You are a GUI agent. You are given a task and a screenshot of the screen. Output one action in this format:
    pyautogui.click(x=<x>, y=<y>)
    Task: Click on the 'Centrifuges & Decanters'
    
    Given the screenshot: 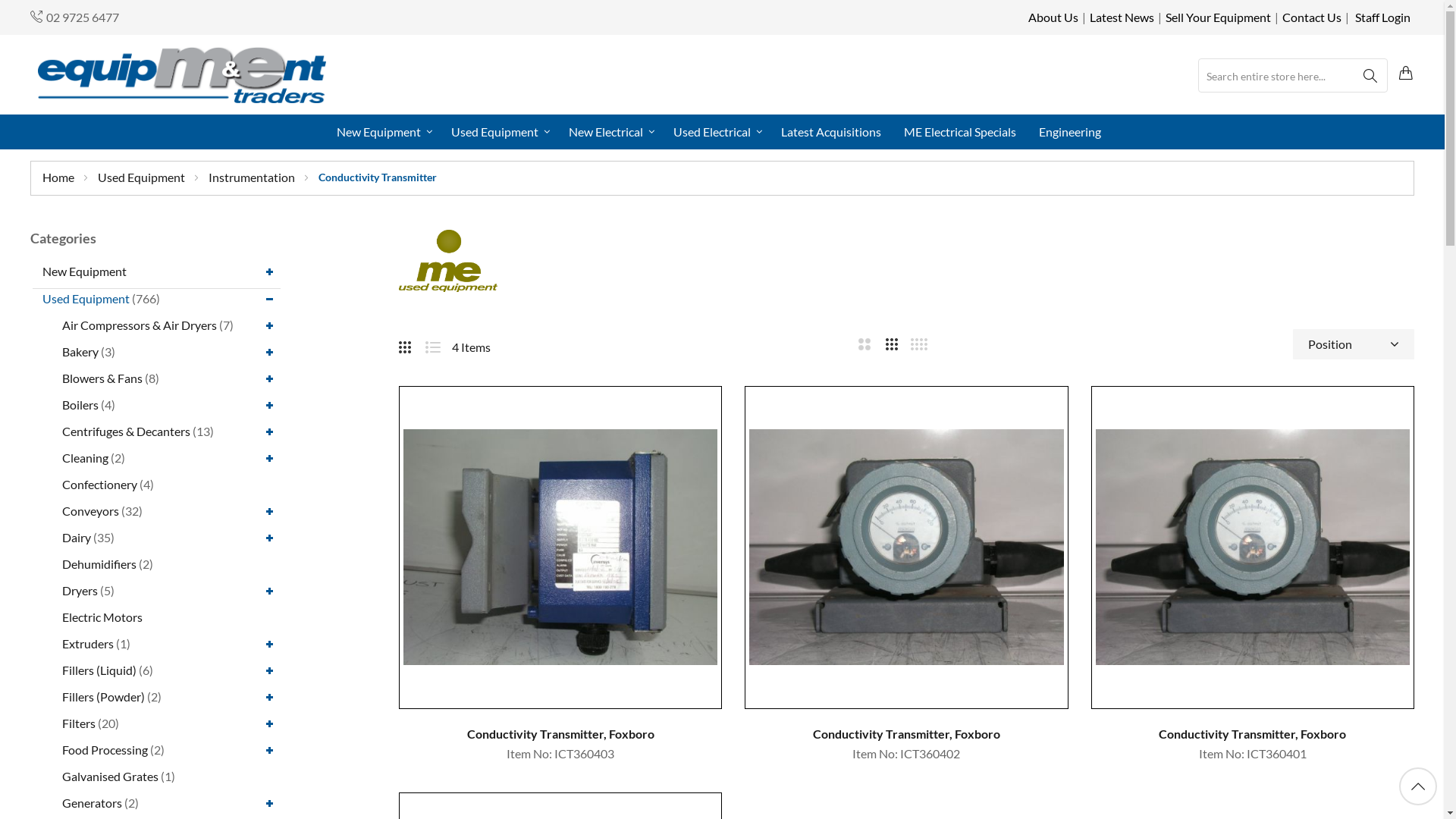 What is the action you would take?
    pyautogui.click(x=126, y=430)
    